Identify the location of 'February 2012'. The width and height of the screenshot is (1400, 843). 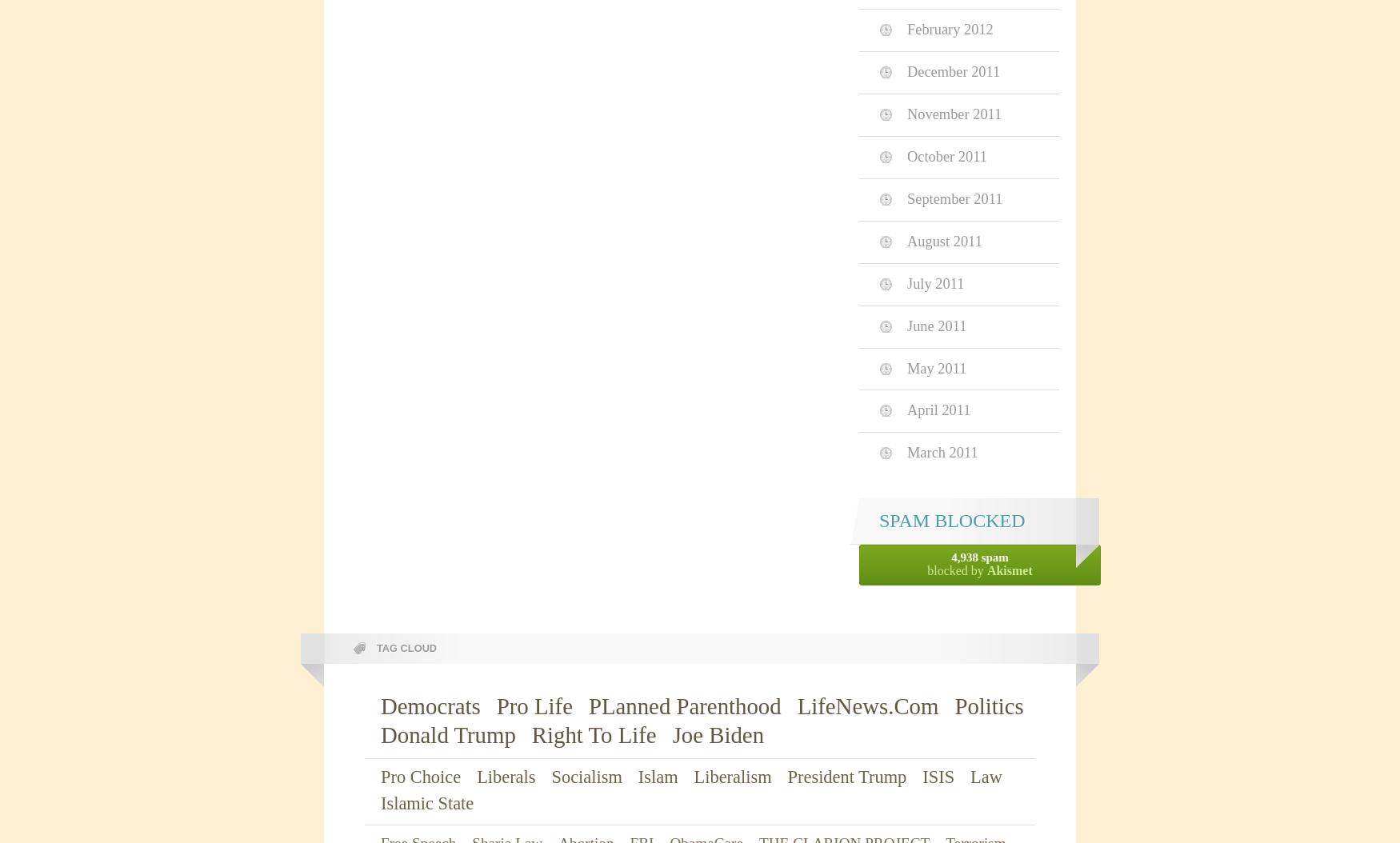
(949, 29).